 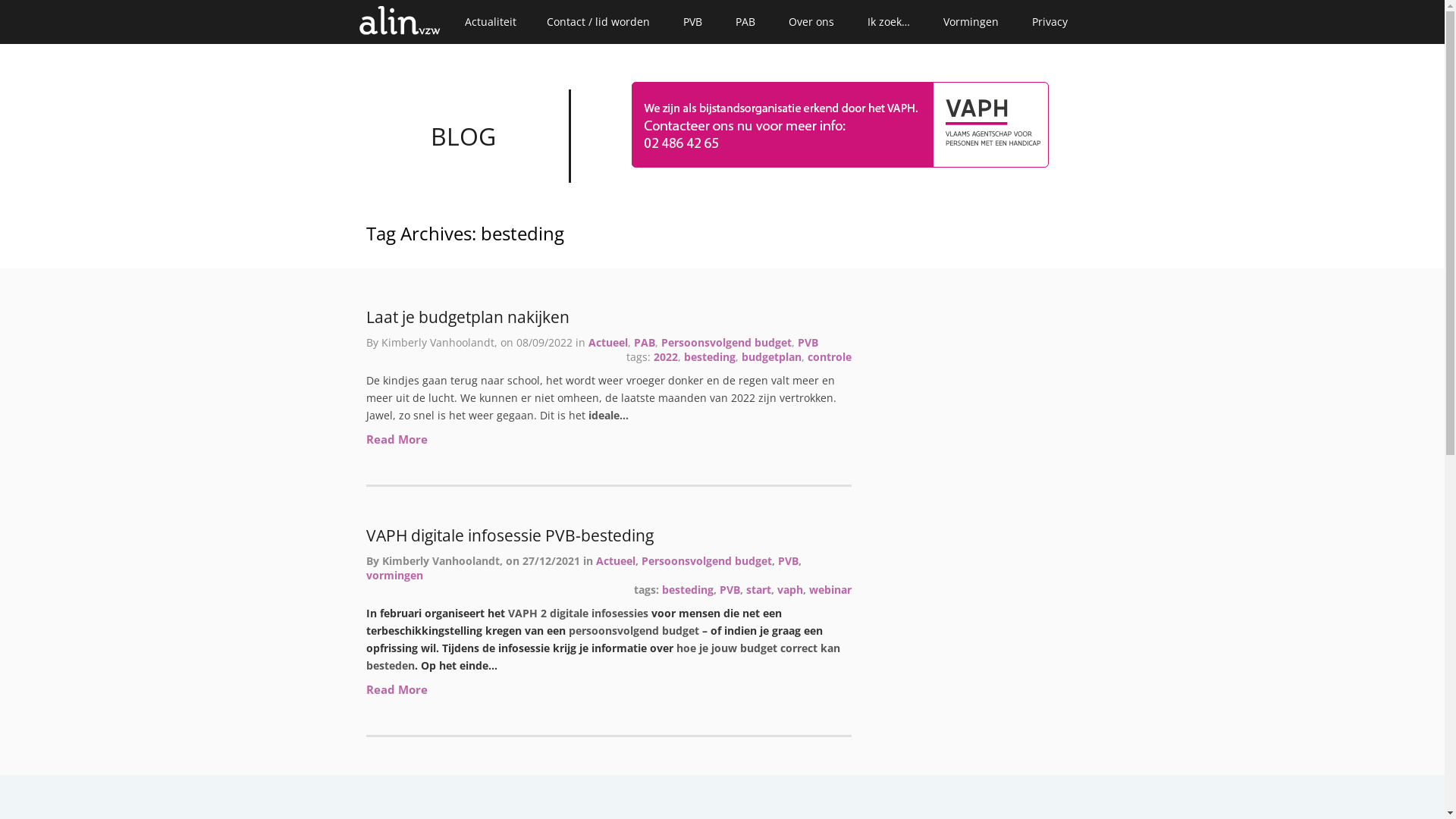 I want to click on 'Over ons', so click(x=811, y=22).